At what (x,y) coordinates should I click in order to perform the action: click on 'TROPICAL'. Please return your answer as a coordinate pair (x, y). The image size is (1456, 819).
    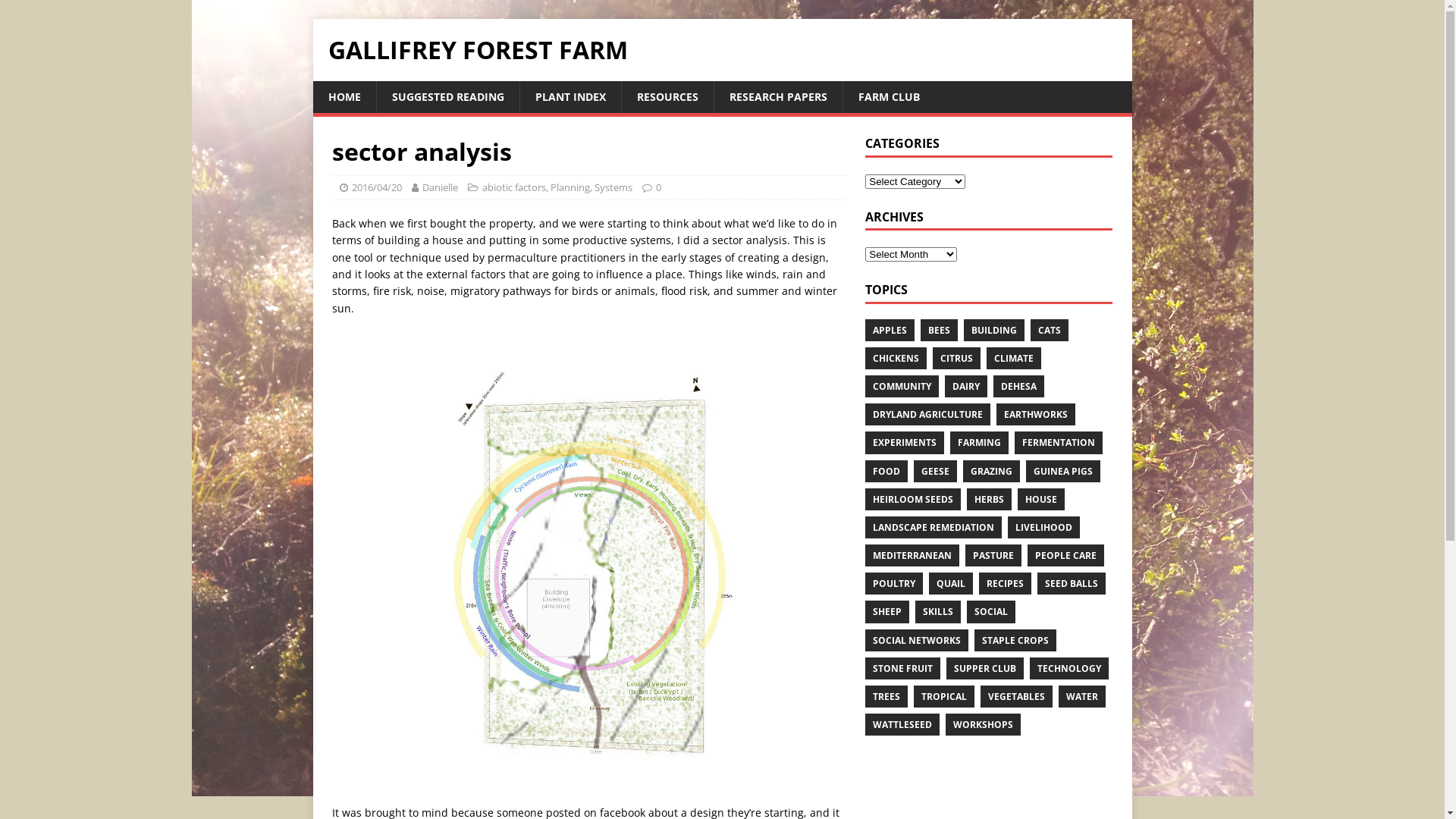
    Looking at the image, I should click on (943, 696).